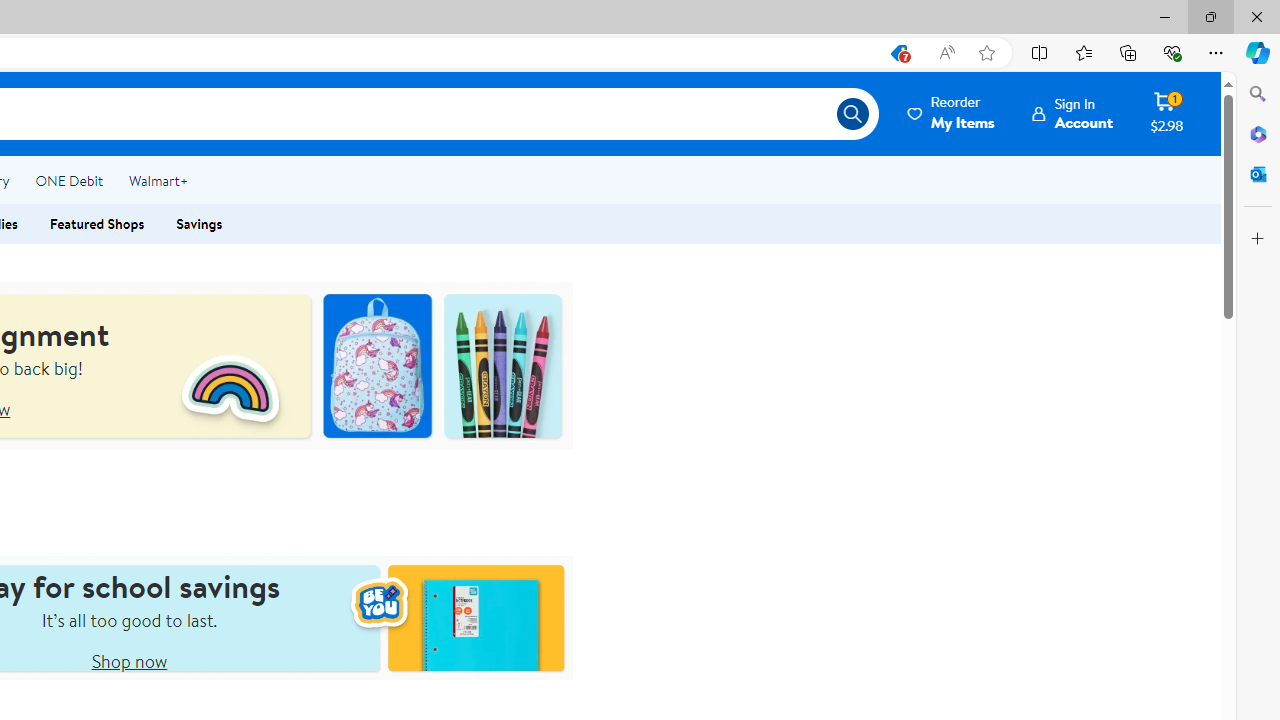 The image size is (1280, 720). What do you see at coordinates (128, 660) in the screenshot?
I see `'Shop now'` at bounding box center [128, 660].